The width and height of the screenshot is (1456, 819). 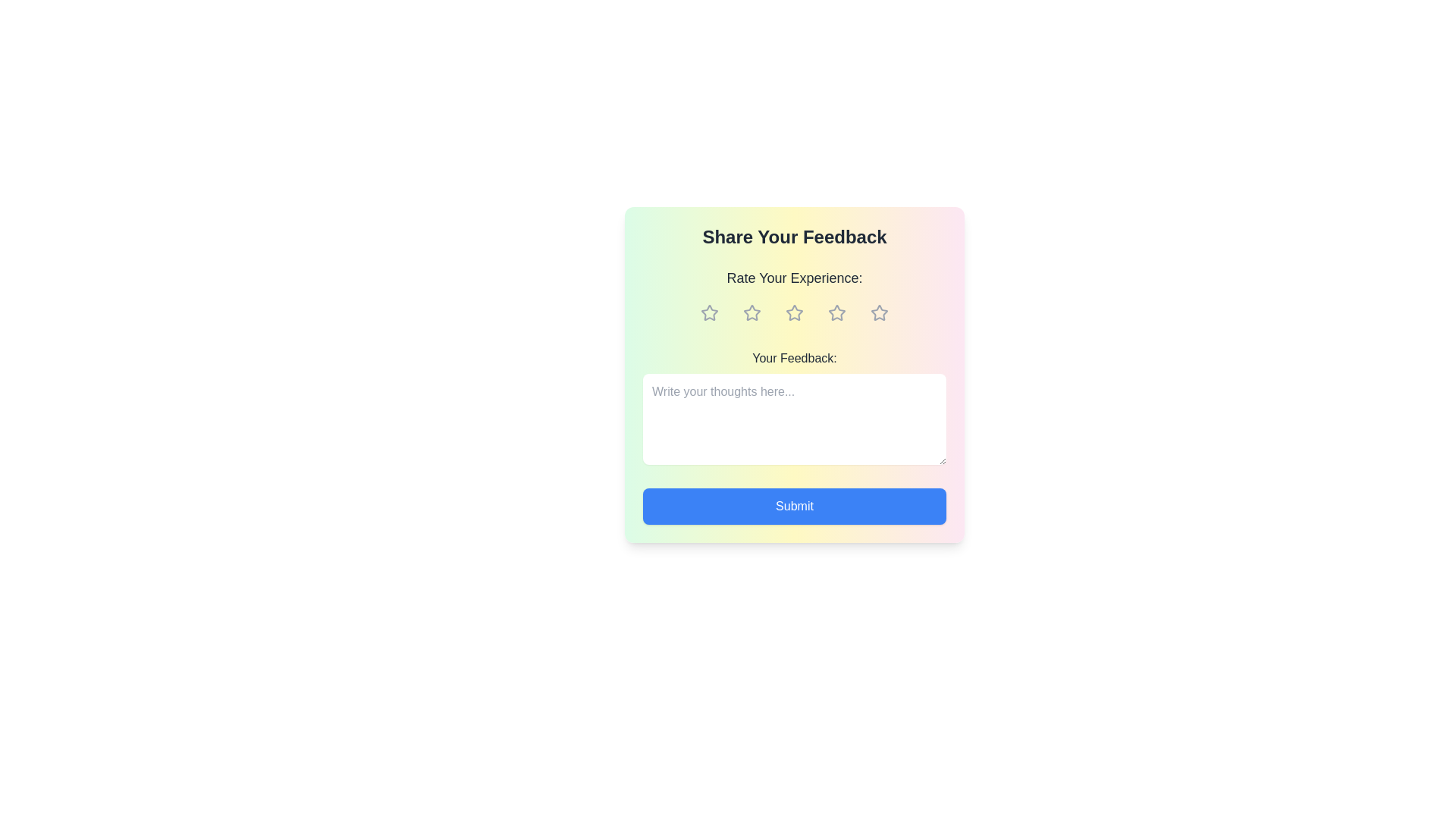 I want to click on the first star-shaped icon in the feedback rating system, so click(x=709, y=312).